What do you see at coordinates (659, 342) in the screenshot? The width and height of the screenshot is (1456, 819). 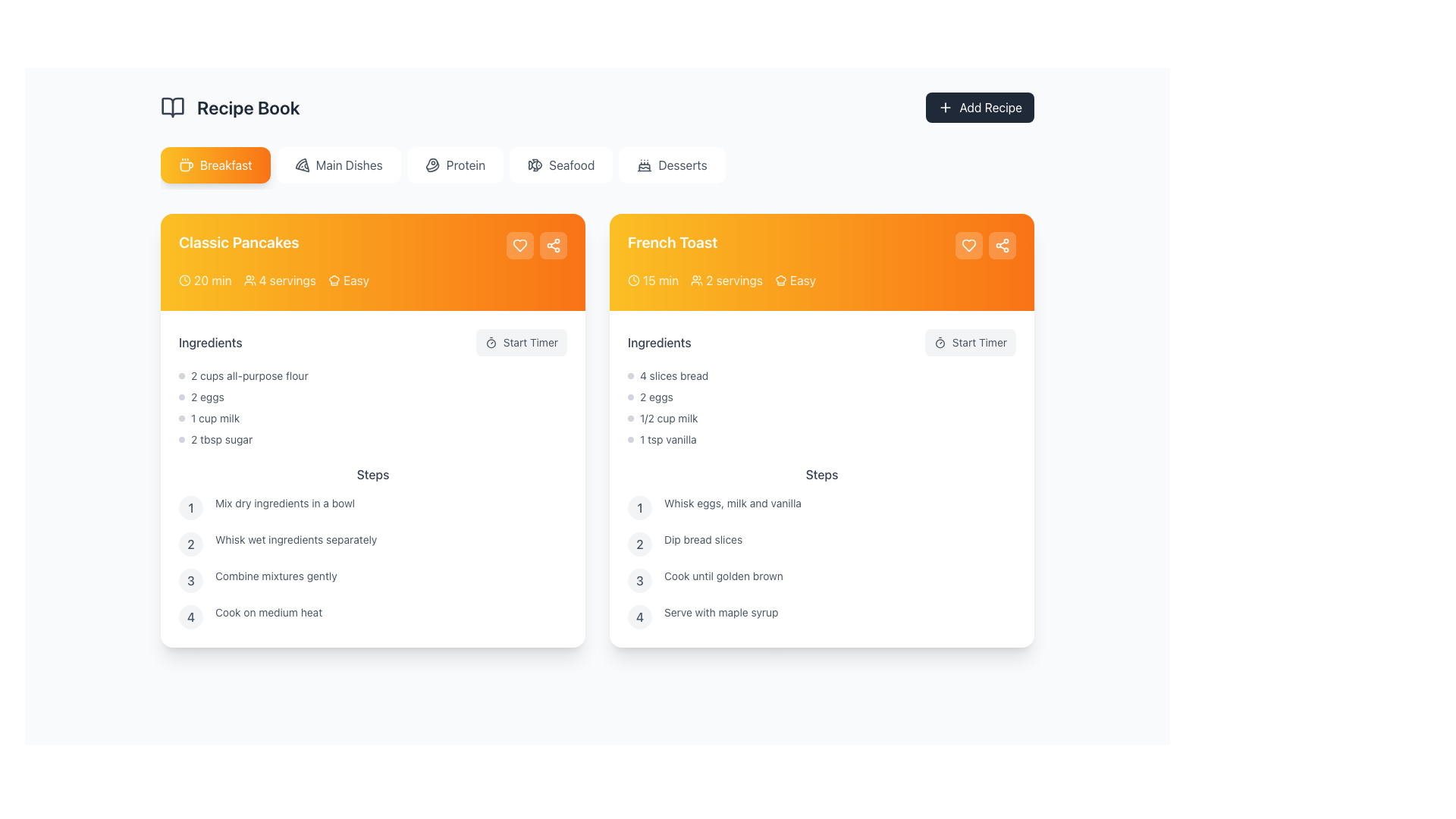 I see `the 'Ingredients' text label that identifies the ingredients for the French Toast recipe` at bounding box center [659, 342].